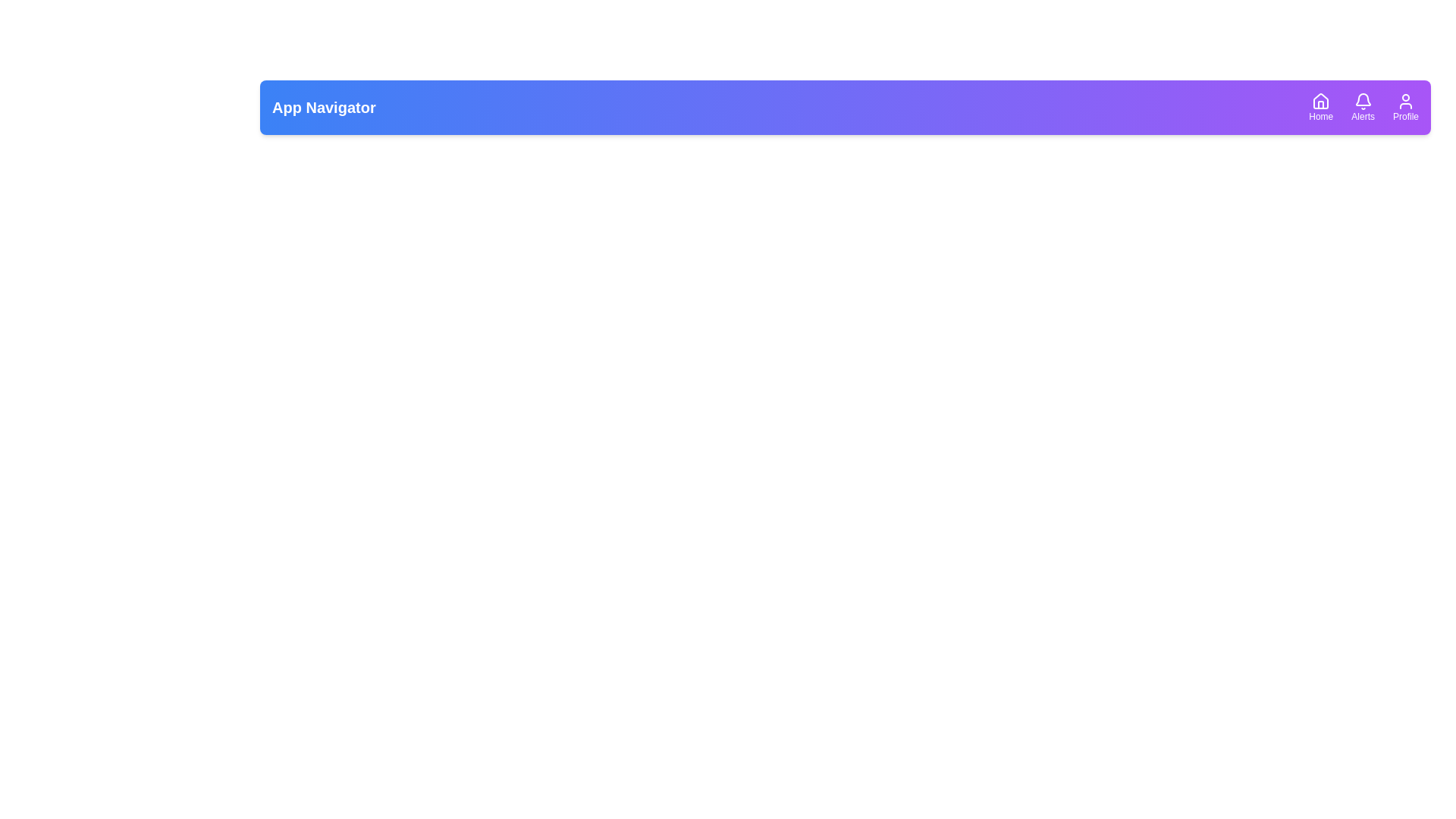  Describe the element at coordinates (1363, 107) in the screenshot. I see `the 'Alerts' button with a bell icon located in the header navigation bar, positioned centrally among three options, to change its color` at that location.